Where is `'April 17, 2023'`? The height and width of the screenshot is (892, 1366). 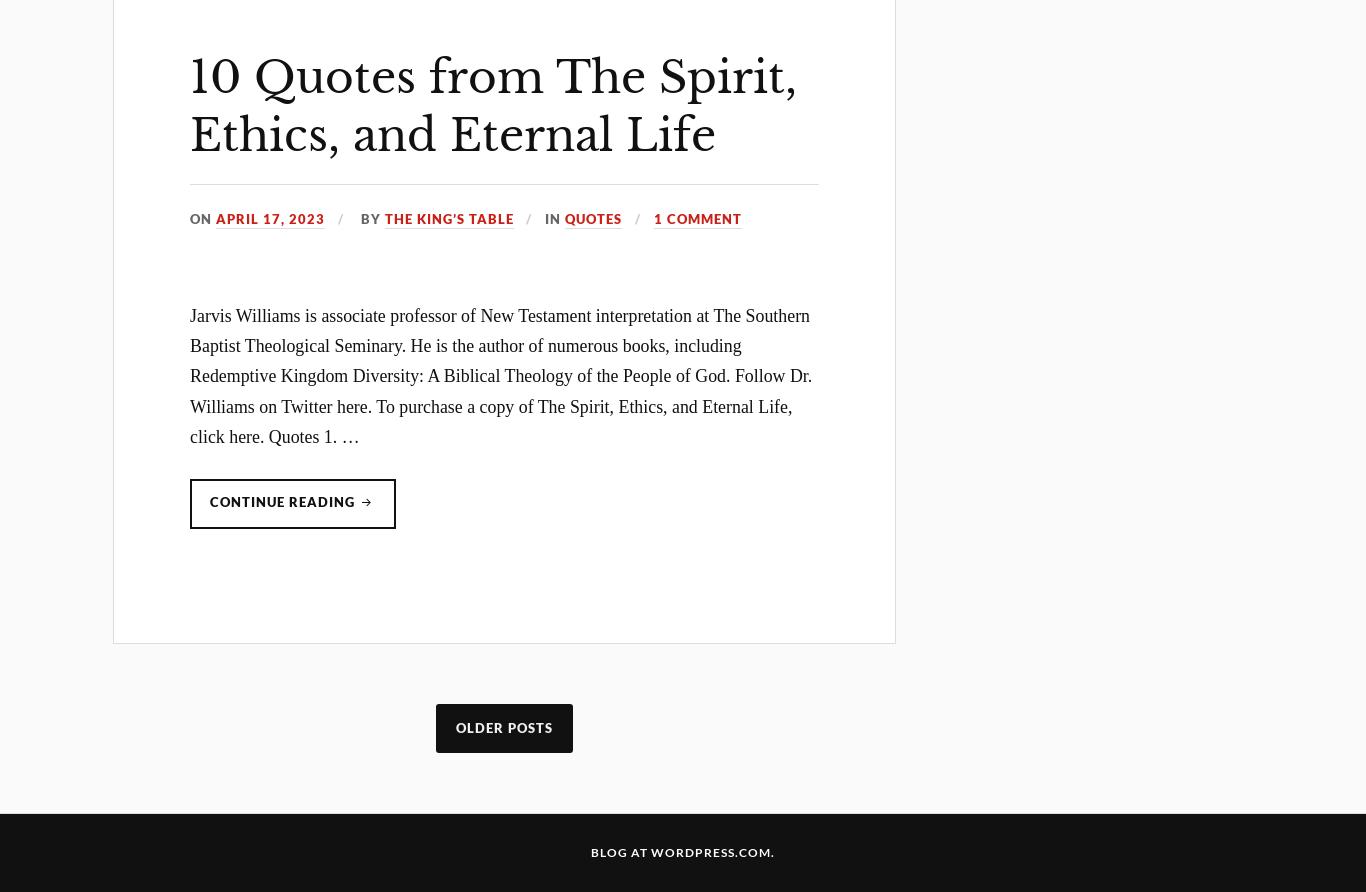
'April 17, 2023' is located at coordinates (270, 217).